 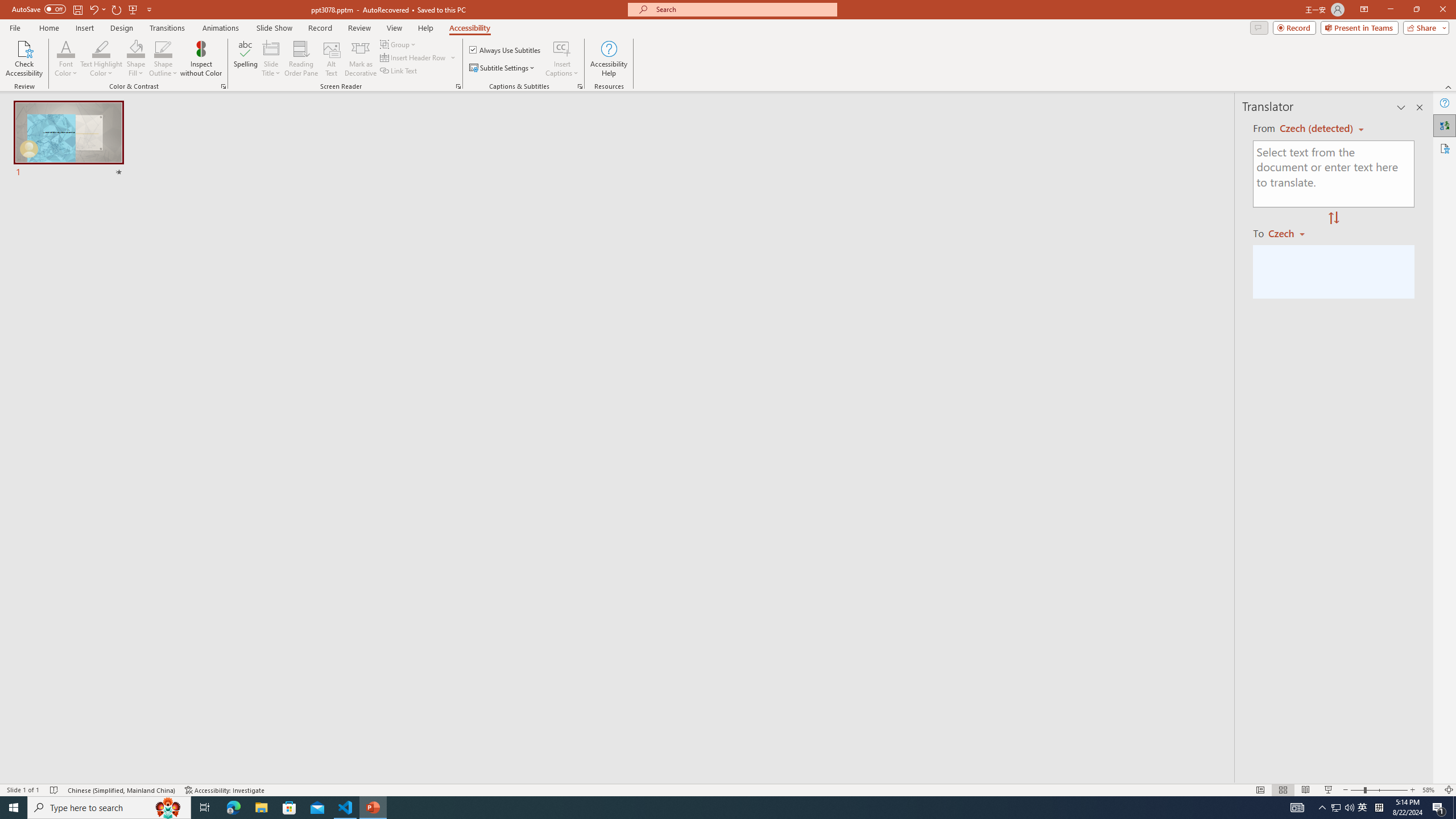 I want to click on 'Accessibility Help', so click(x=609, y=59).